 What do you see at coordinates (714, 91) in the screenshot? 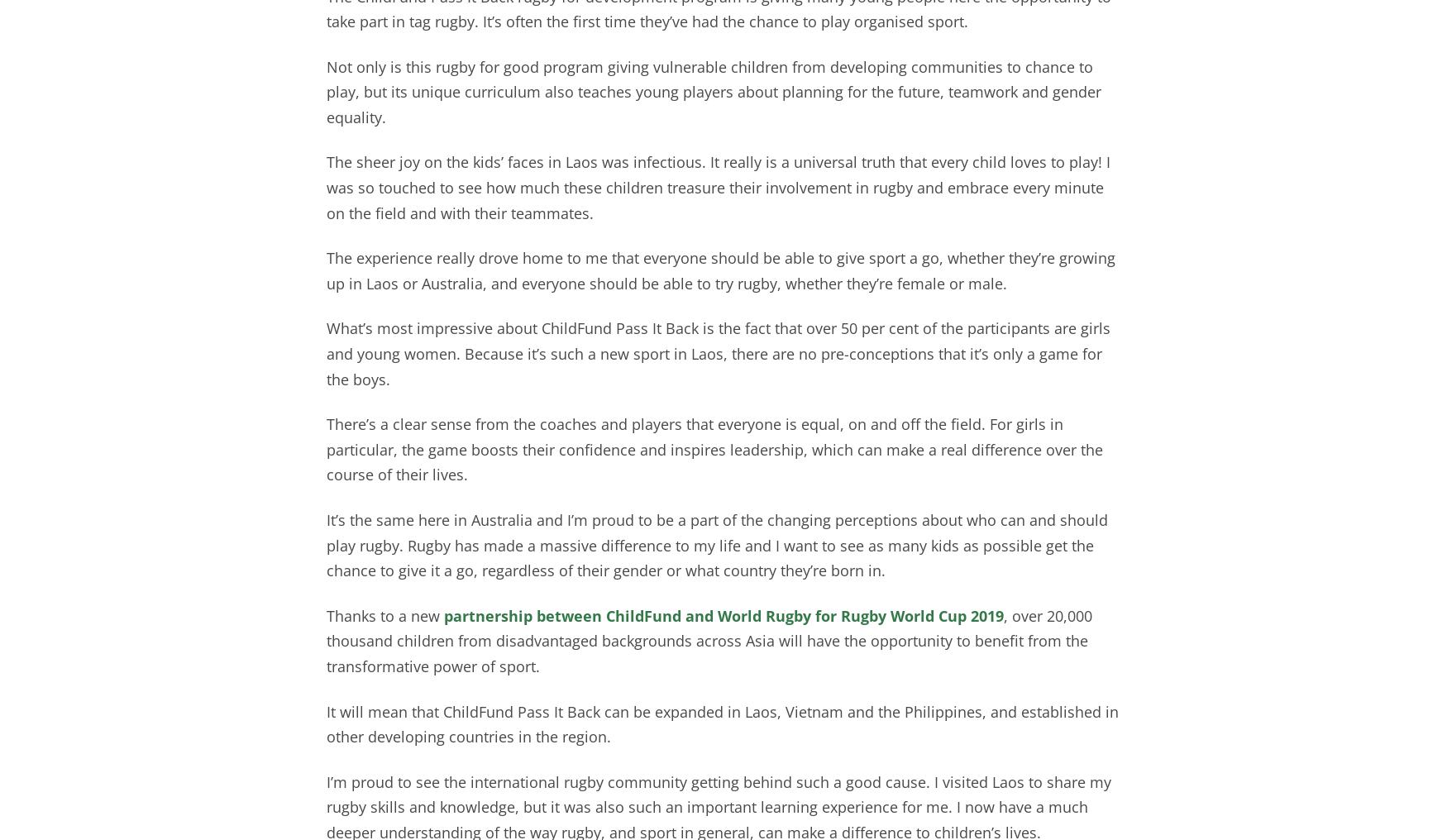
I see `'Not only is this rugby for good program giving vulnerable children from developing communities to chance to play, but its unique curriculum also teaches young players about planning for the future, teamwork and gender equality.'` at bounding box center [714, 91].